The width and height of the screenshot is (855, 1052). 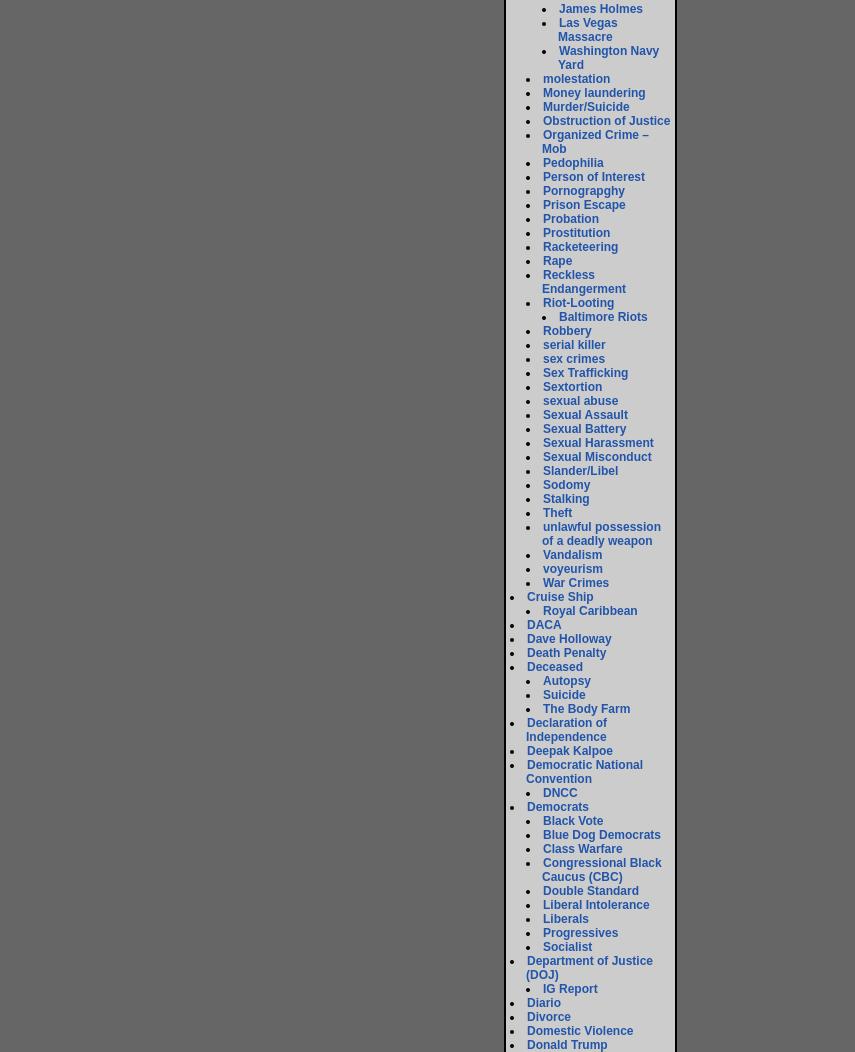 I want to click on 'Progressives', so click(x=543, y=932).